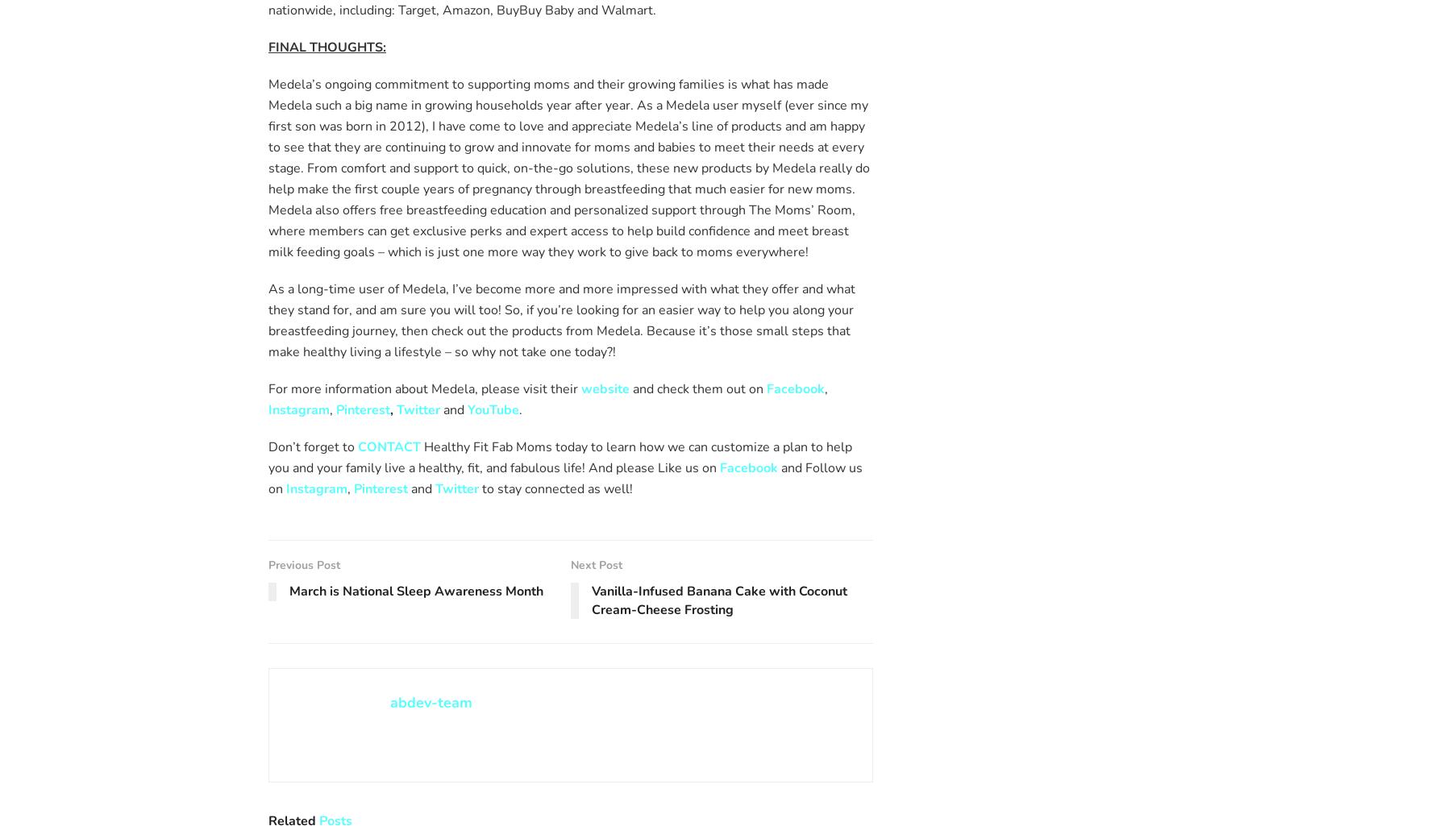 Image resolution: width=1456 pixels, height=826 pixels. What do you see at coordinates (304, 563) in the screenshot?
I see `'Previous Post'` at bounding box center [304, 563].